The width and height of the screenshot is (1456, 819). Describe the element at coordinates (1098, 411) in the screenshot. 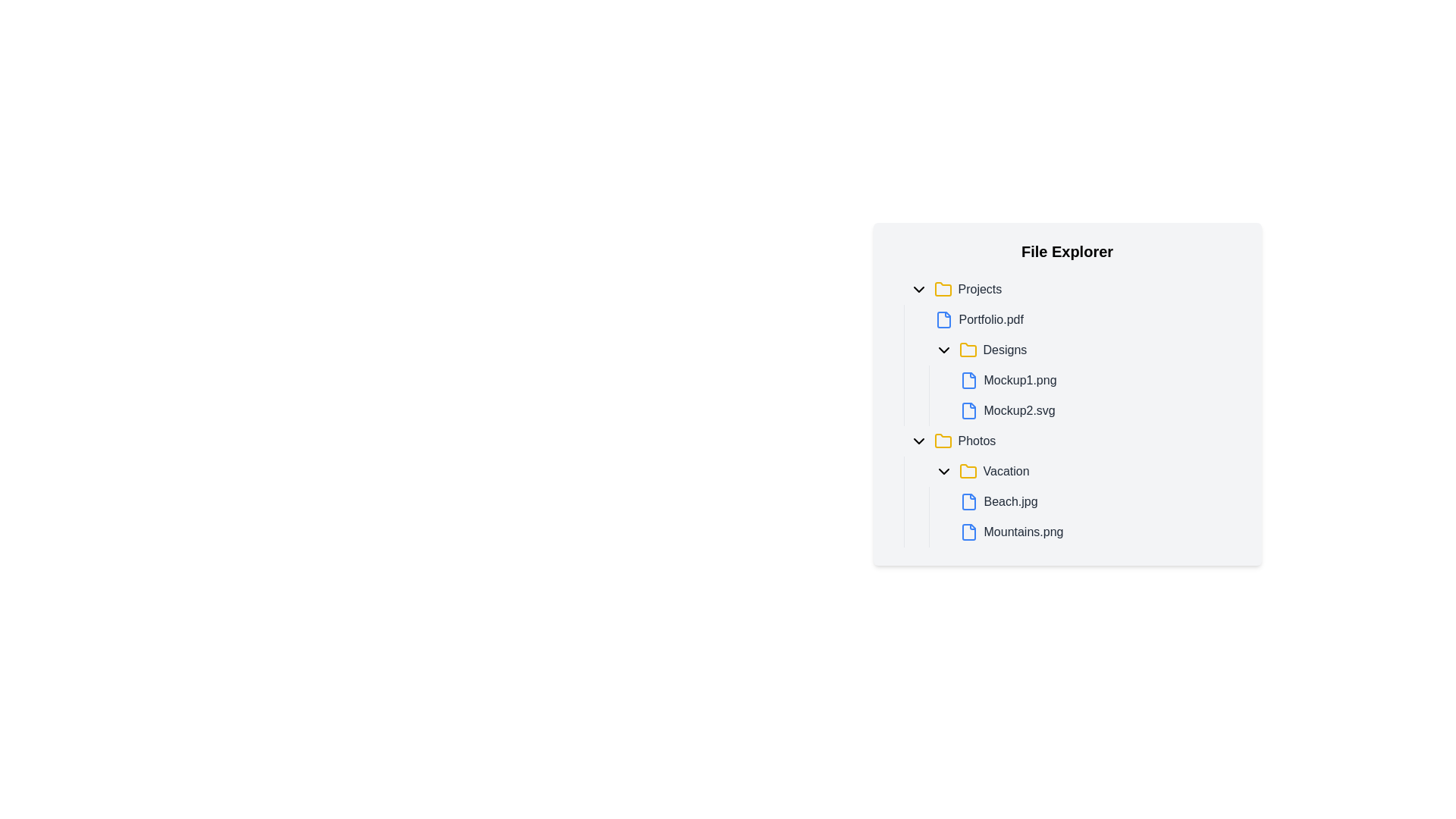

I see `the file item 'Mockup2.svg' located in the 'Designs' folder under 'Projects'` at that location.